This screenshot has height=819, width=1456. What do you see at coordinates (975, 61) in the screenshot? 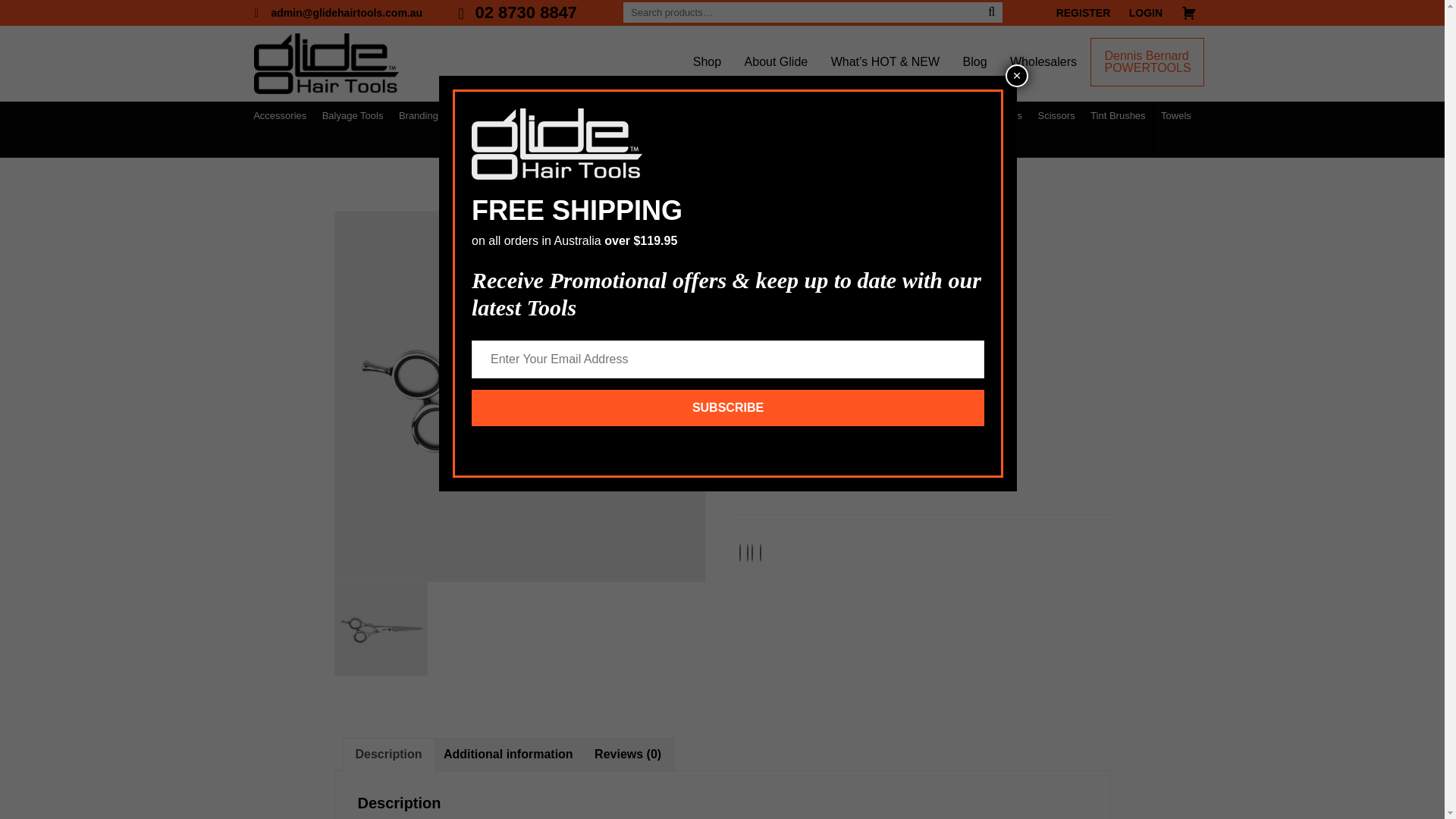
I see `'Blog'` at bounding box center [975, 61].